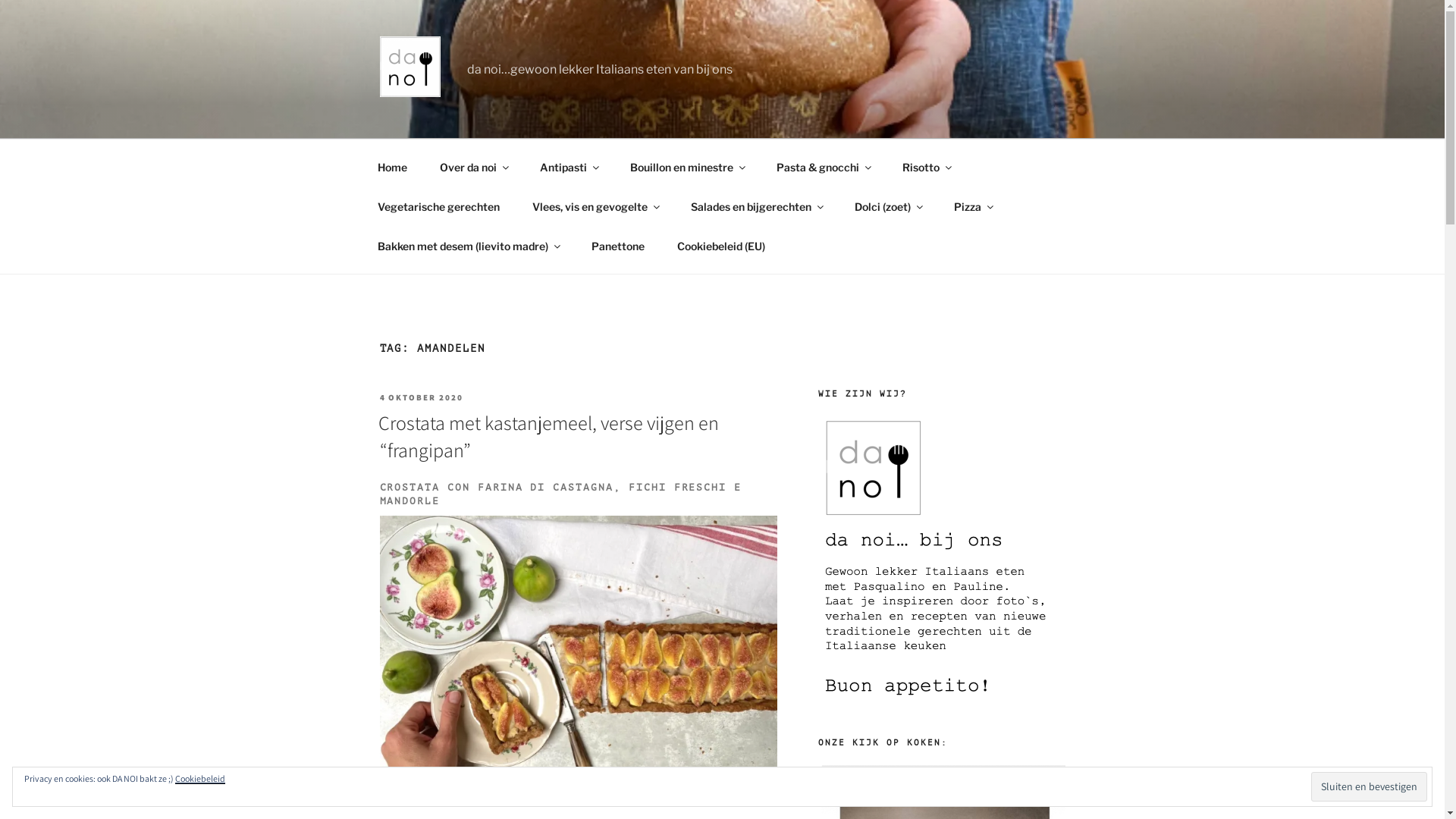 The image size is (1456, 819). I want to click on 'Cookiebeleid (EU)', so click(664, 245).